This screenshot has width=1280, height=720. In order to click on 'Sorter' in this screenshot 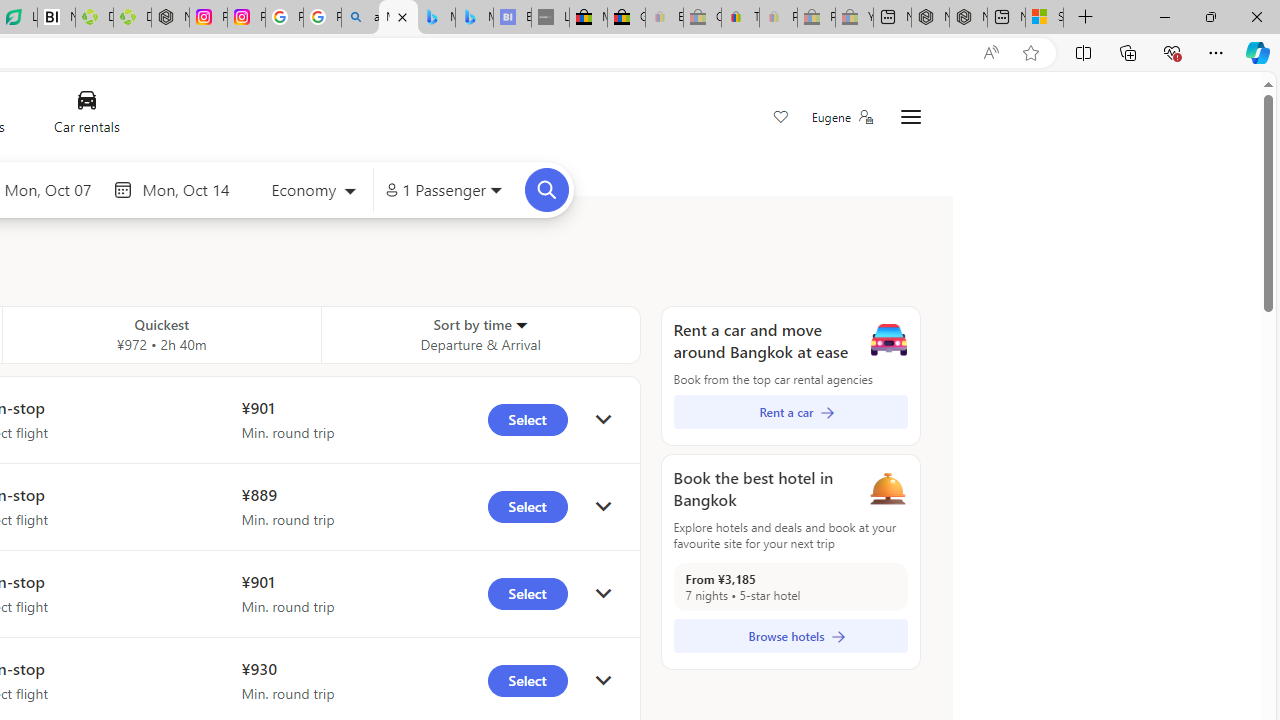, I will do `click(520, 323)`.